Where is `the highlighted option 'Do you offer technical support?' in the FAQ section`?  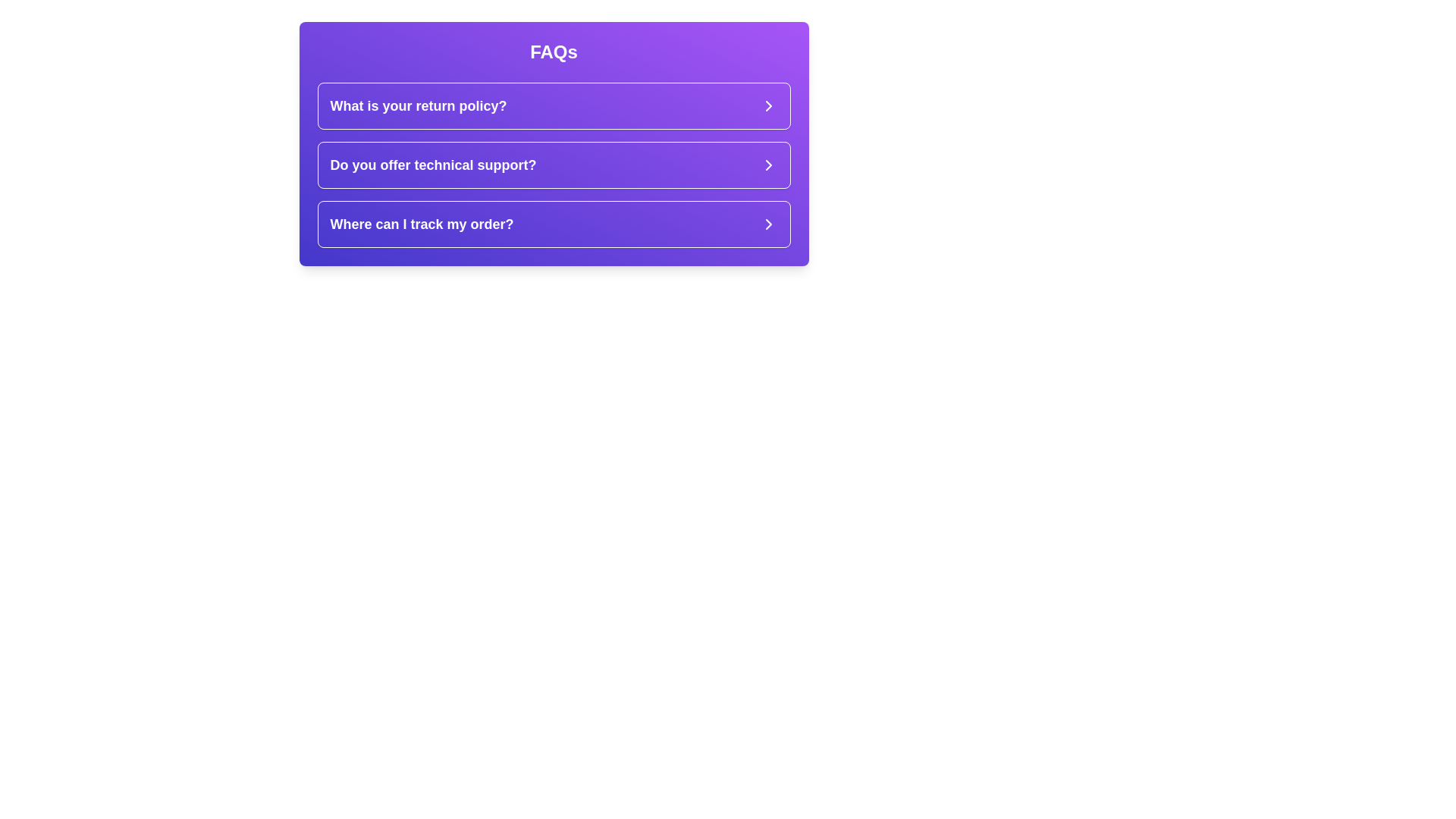 the highlighted option 'Do you offer technical support?' in the FAQ section is located at coordinates (553, 165).